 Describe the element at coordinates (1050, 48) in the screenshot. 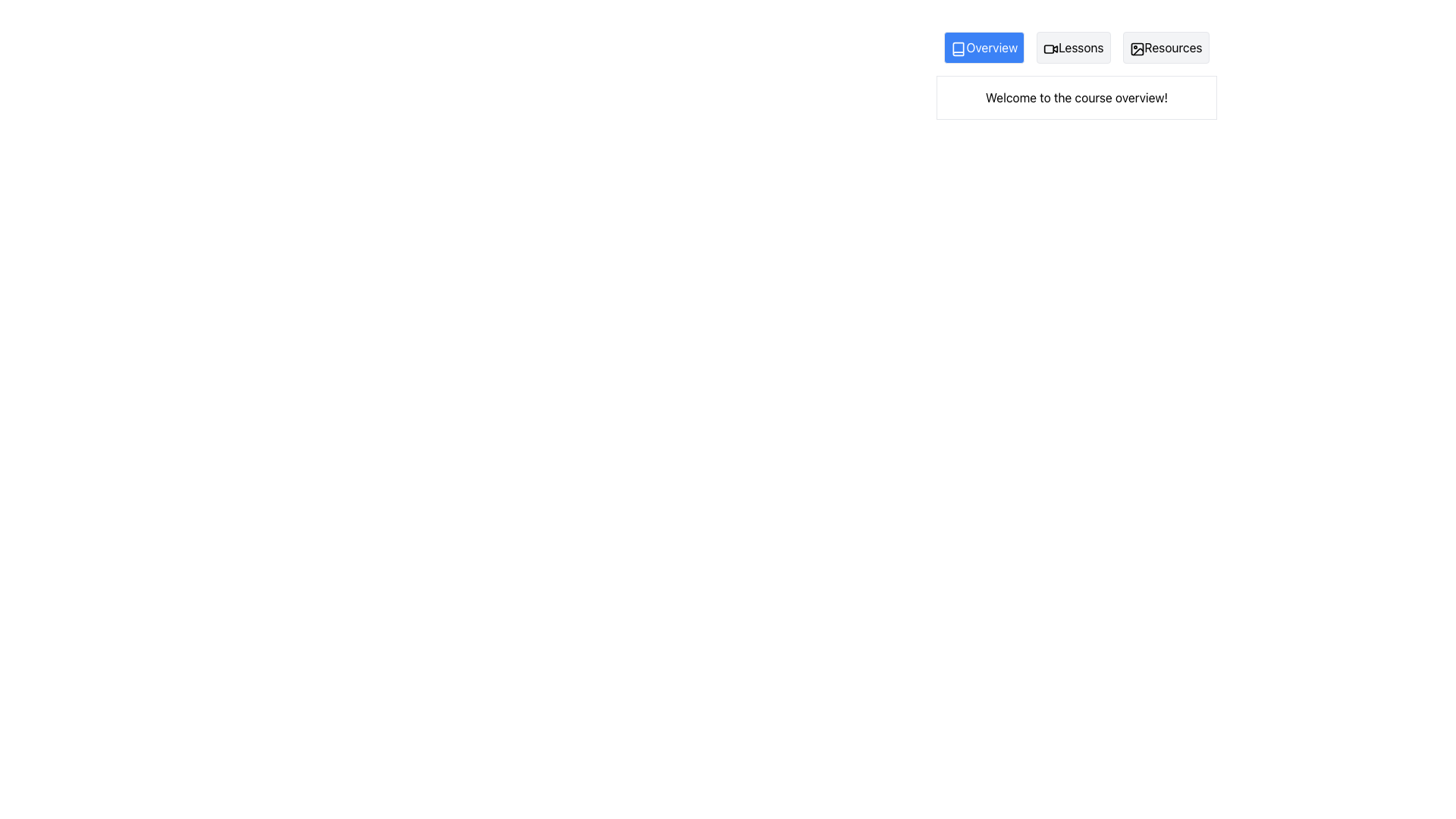

I see `the 'Lessons' icon, which visually signifies the 'Lessons' section of the interface, located centrally and adjacent to 'Overview' and 'Resources'` at that location.